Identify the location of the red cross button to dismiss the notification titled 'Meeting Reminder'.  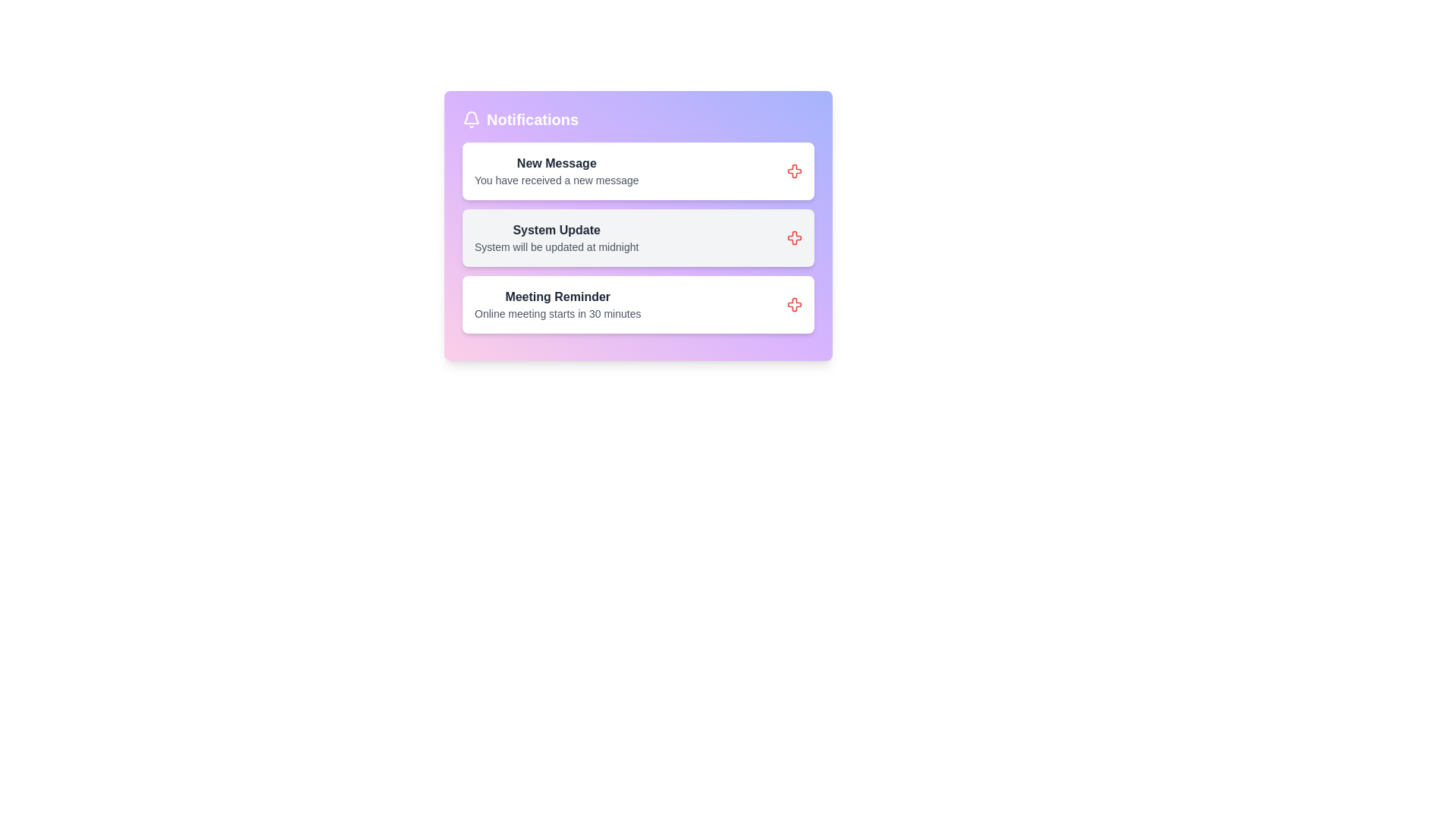
(793, 304).